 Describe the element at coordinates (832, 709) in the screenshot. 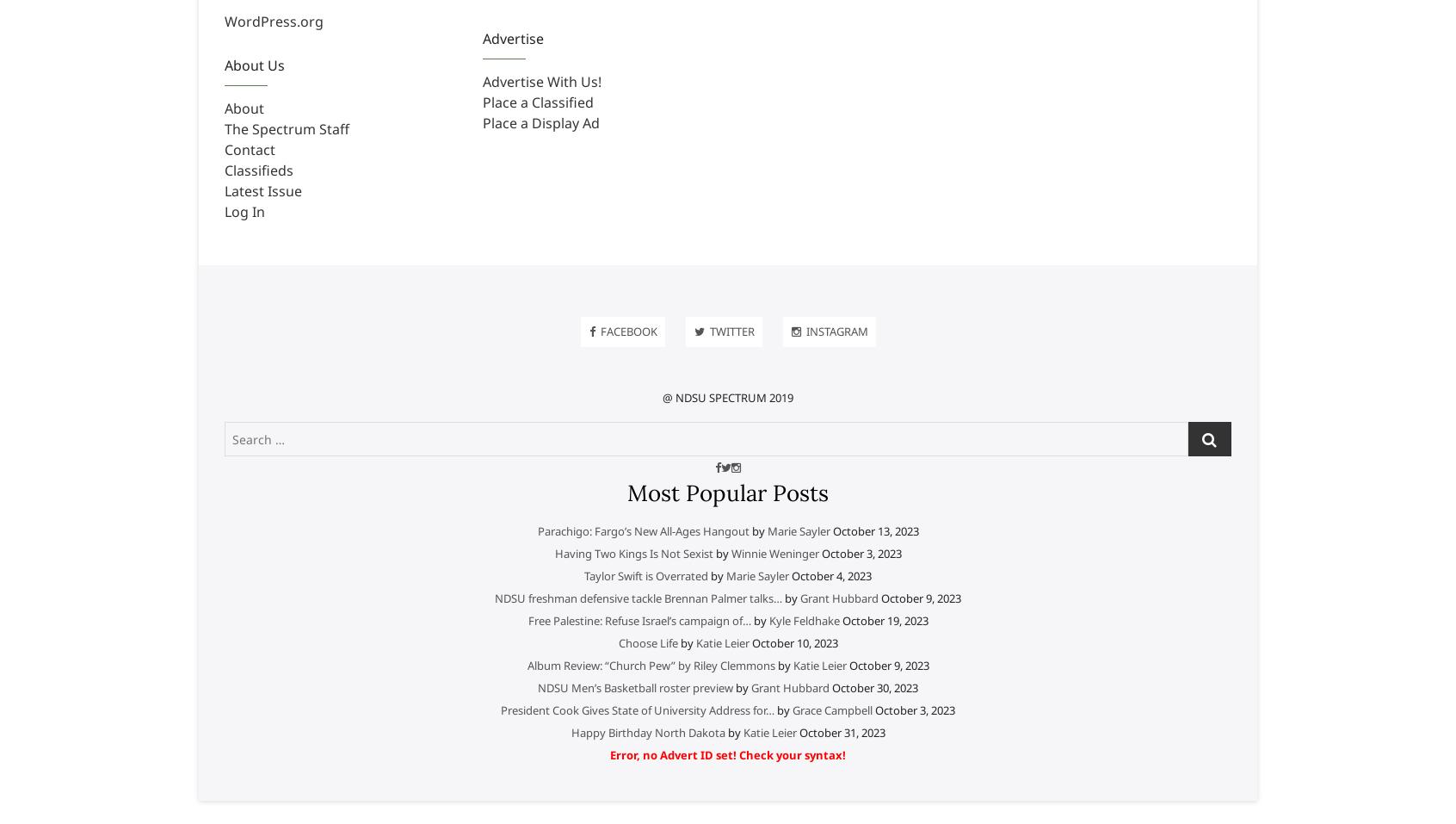

I see `'Grace Campbell'` at that location.